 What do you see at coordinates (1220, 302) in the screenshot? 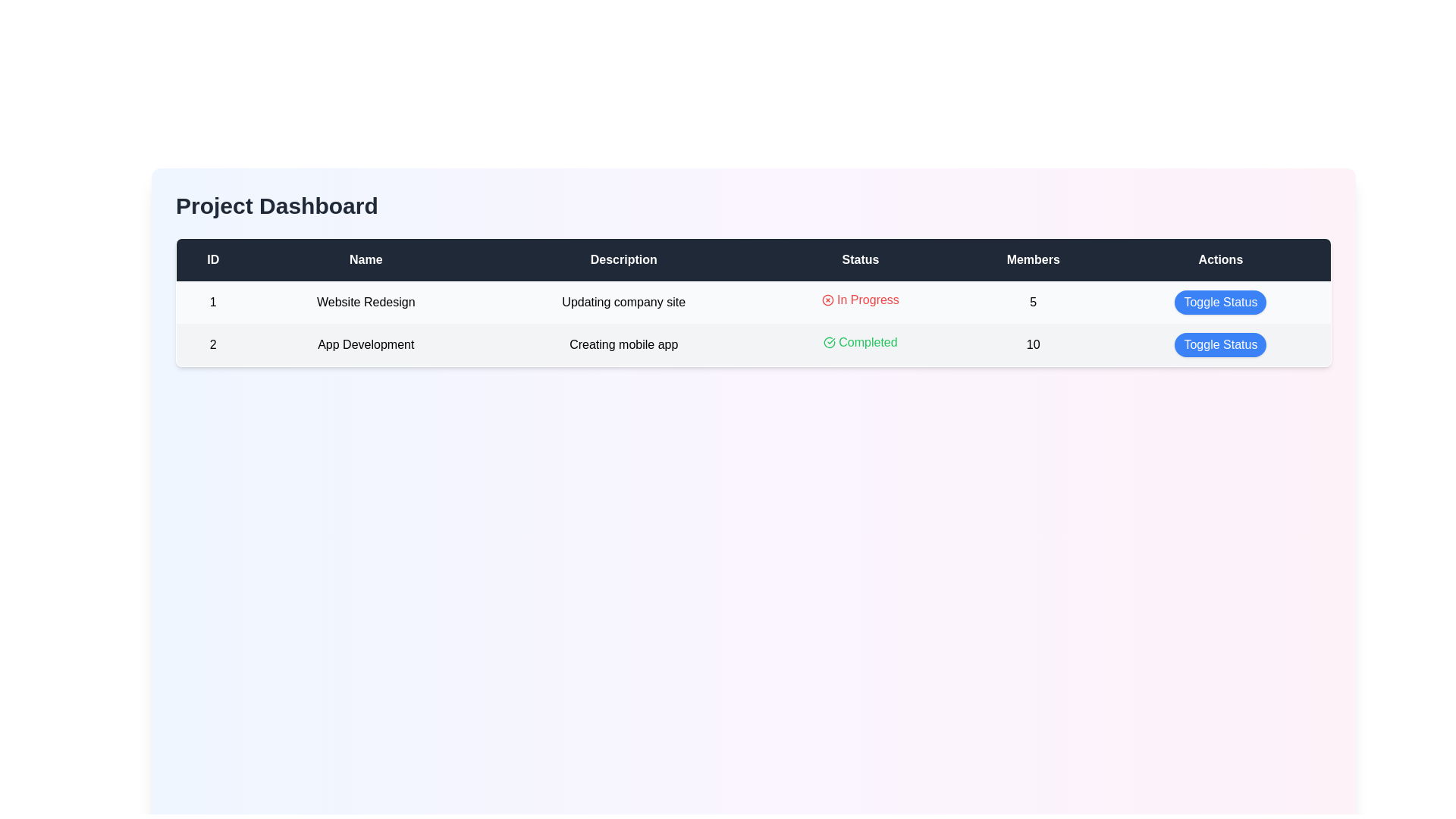
I see `the toggle button located in the fifth column of the first row under the 'Actions' heading` at bounding box center [1220, 302].